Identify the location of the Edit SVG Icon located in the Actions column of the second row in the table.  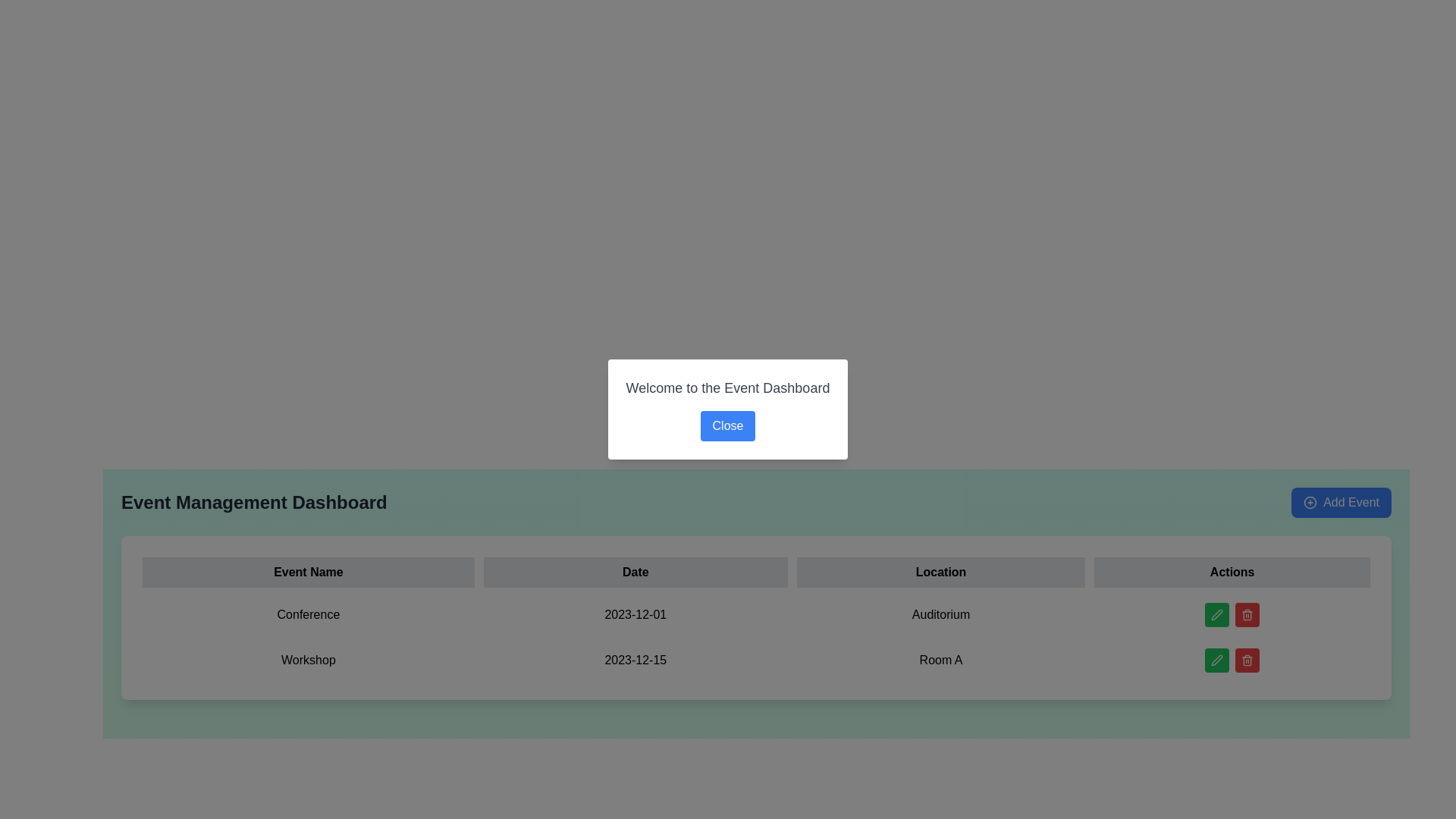
(1217, 614).